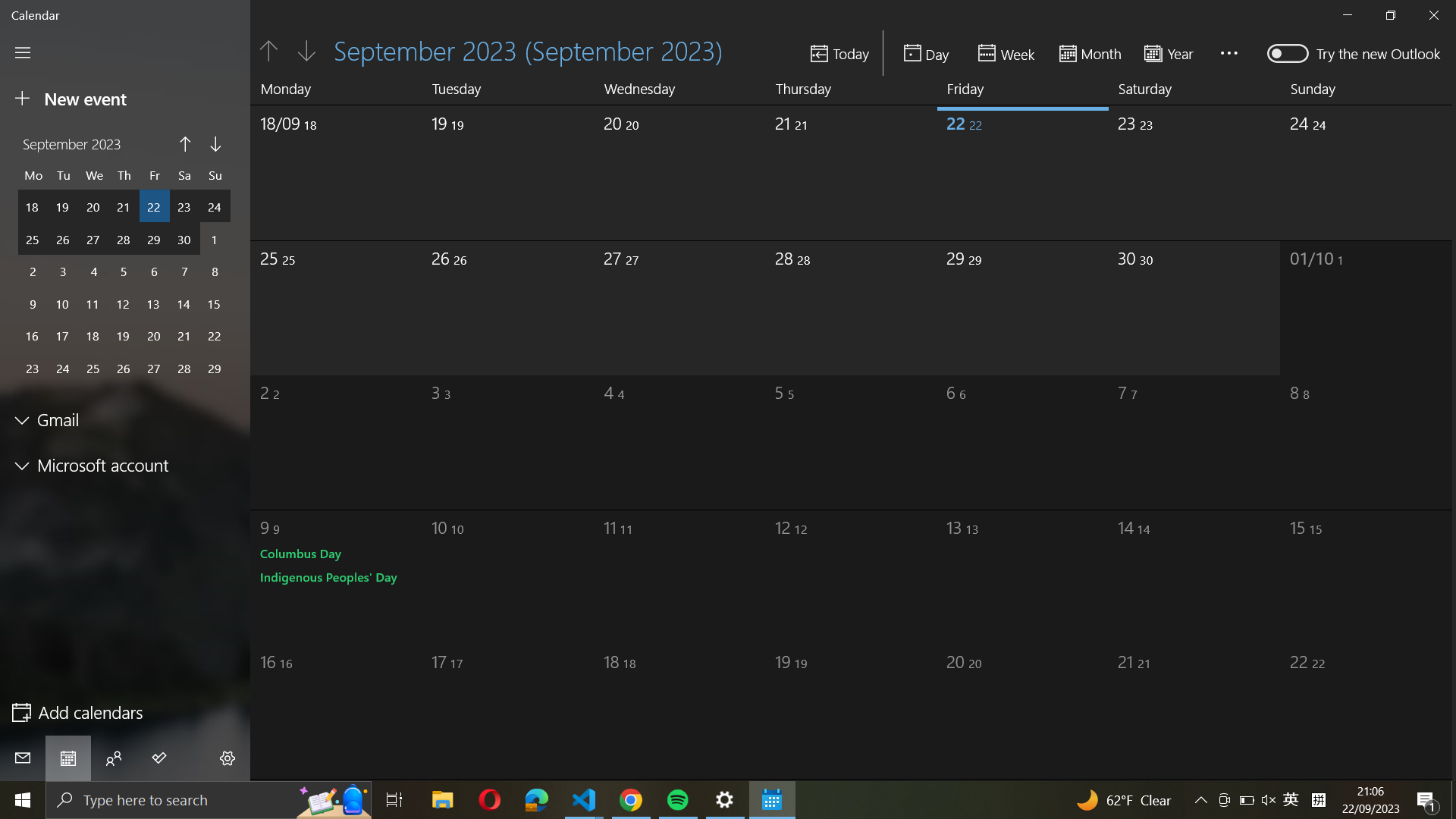 The width and height of the screenshot is (1456, 819). I want to click on the 13th of October, so click(1001, 571).